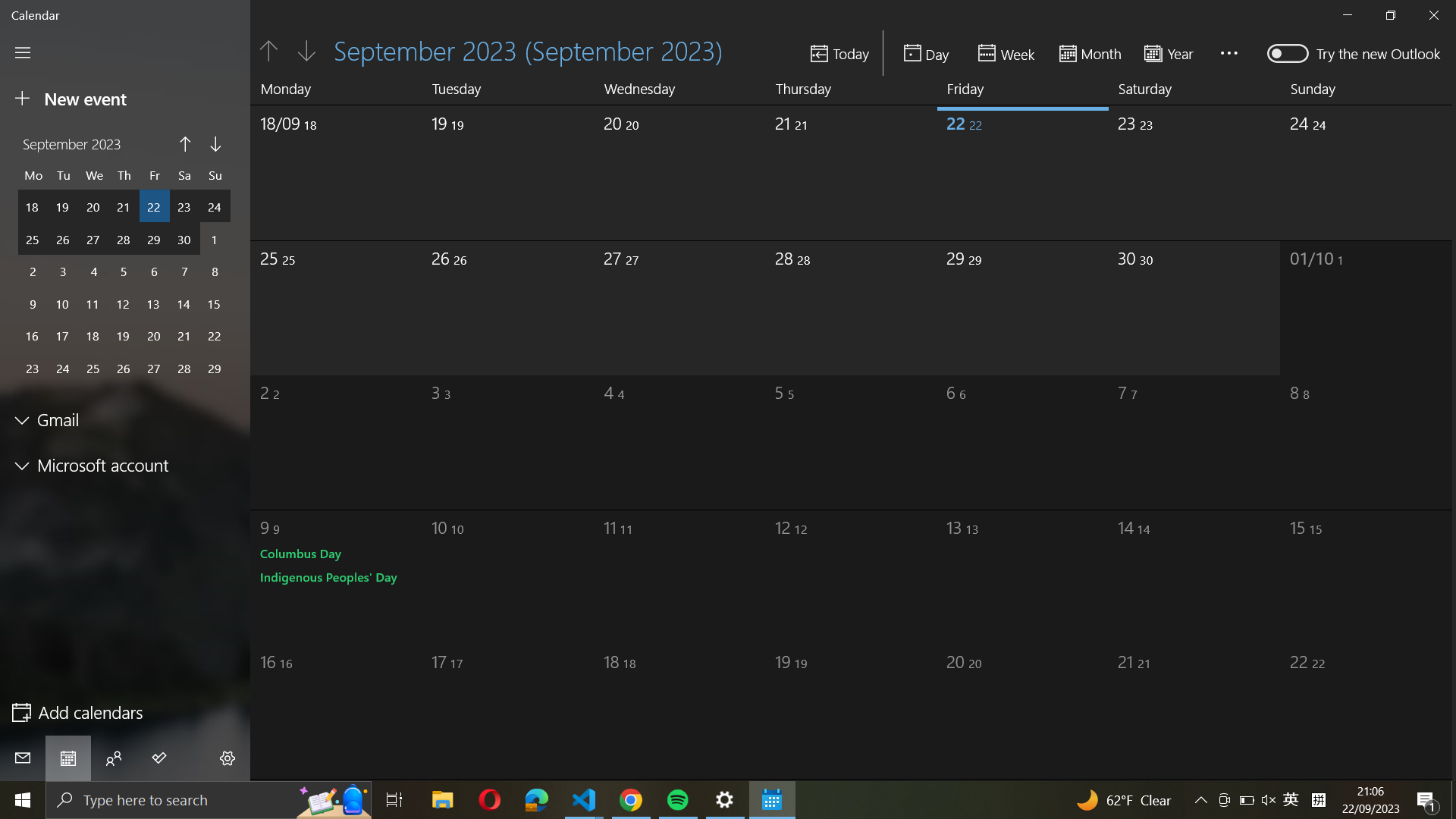 The width and height of the screenshot is (1456, 819). I want to click on the 13th of October, so click(1001, 571).